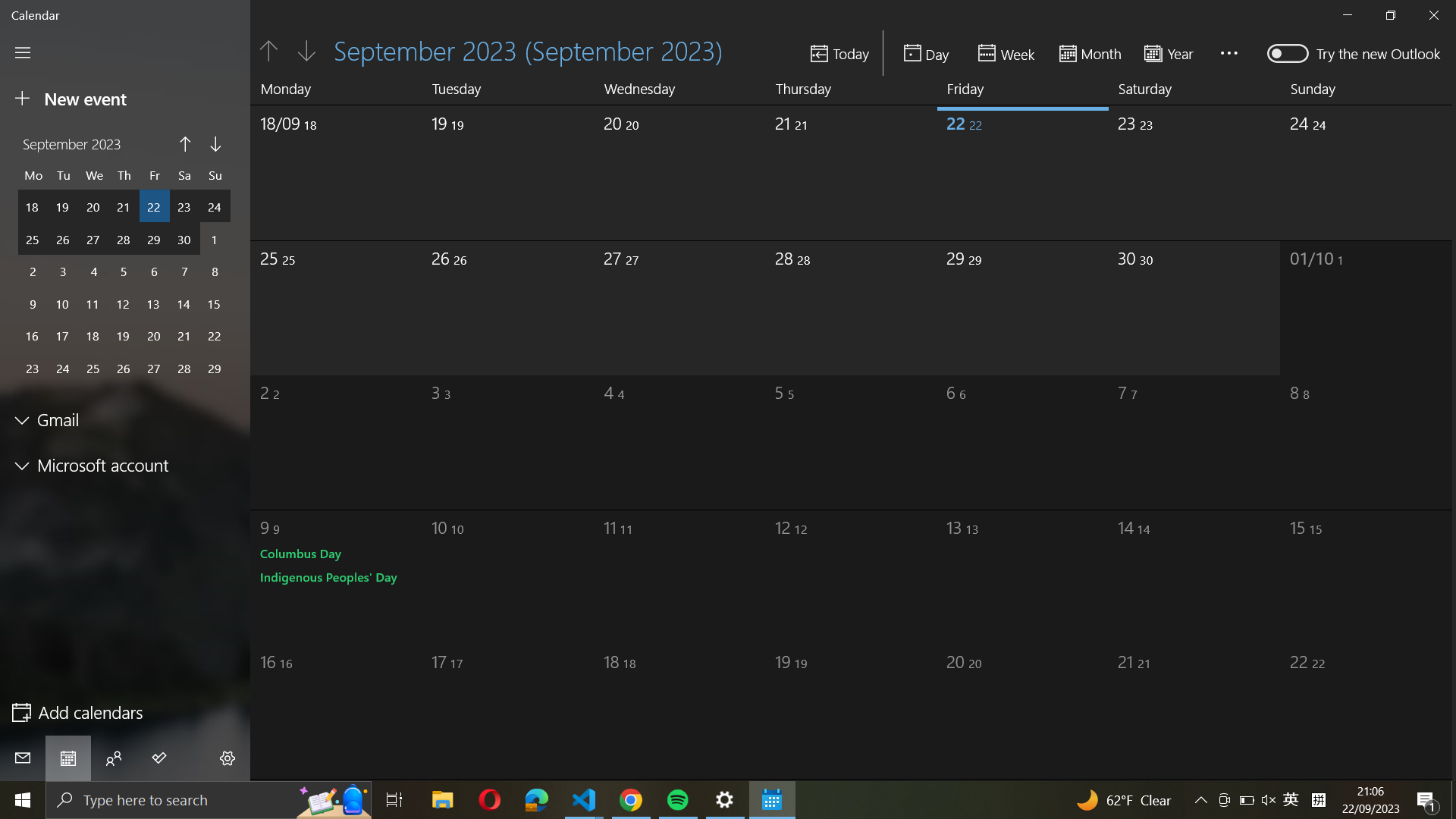 The width and height of the screenshot is (1456, 819). I want to click on the 13th of October, so click(1001, 571).